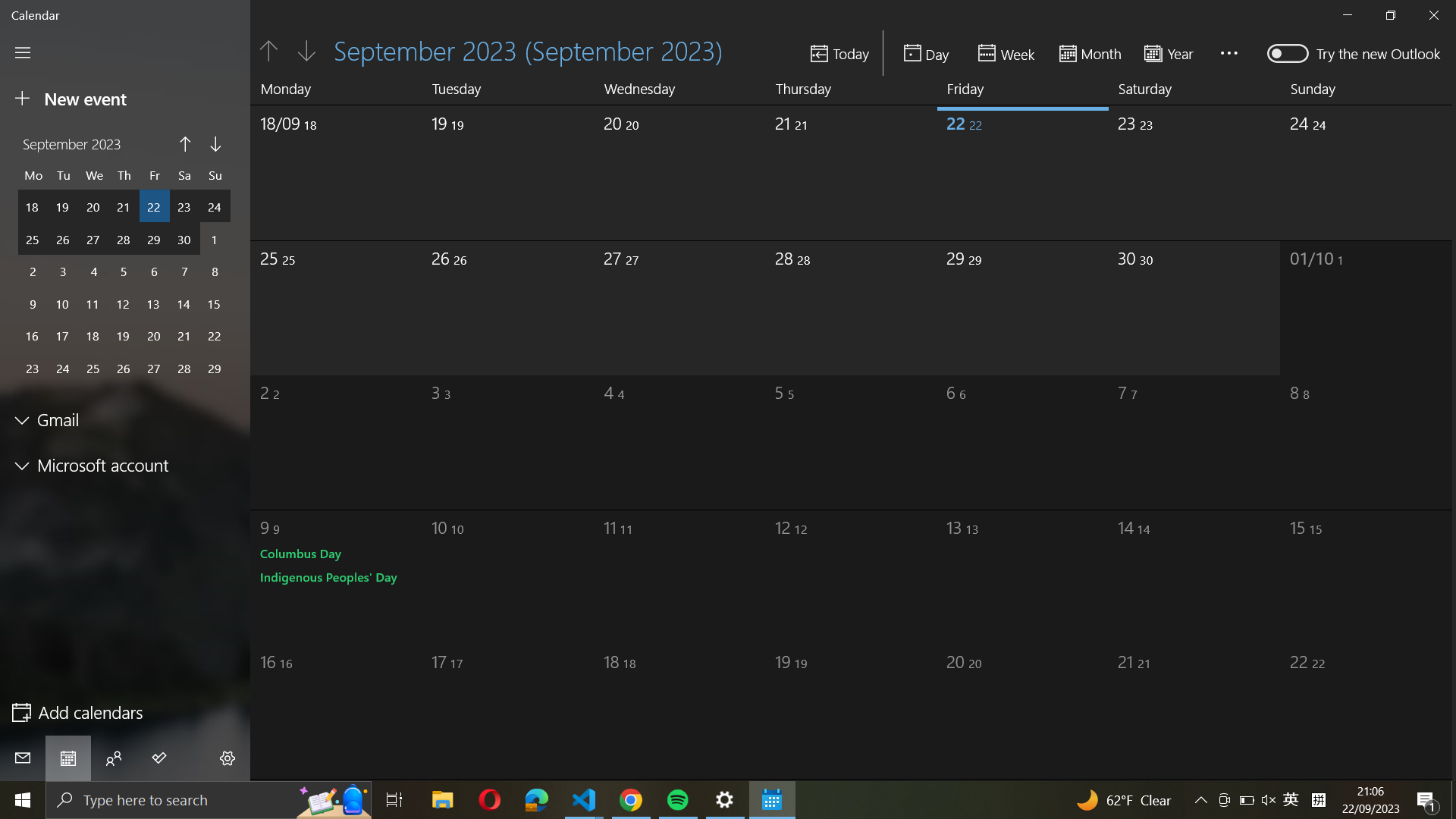 The width and height of the screenshot is (1456, 819). I want to click on the 13th of October, so click(1001, 571).